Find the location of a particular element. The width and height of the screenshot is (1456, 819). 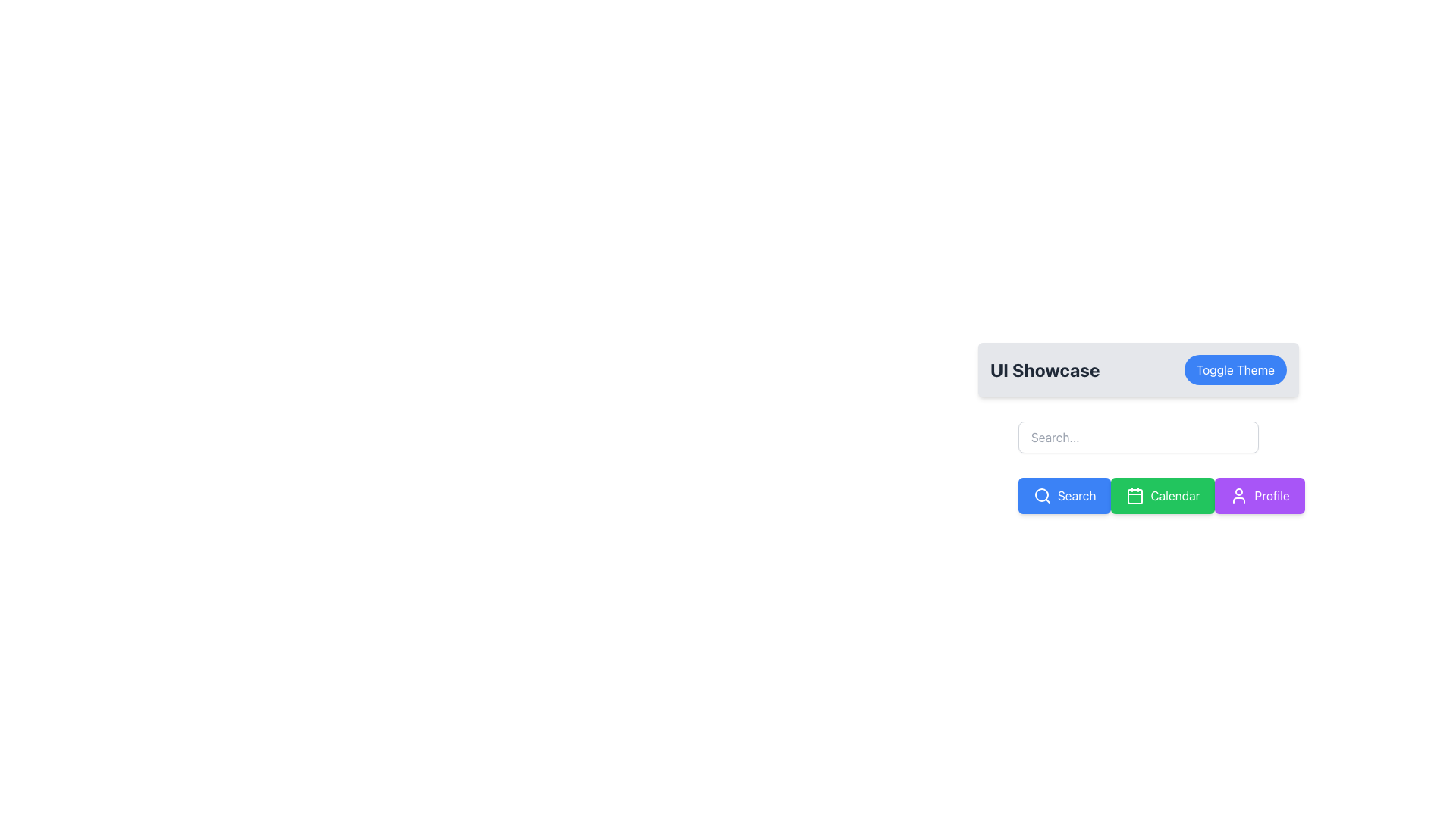

the user profile icon located within the 'Profile' button, which is the third button in a row of horizontally aligned buttons at the bottom-right side of the interface is located at coordinates (1238, 496).